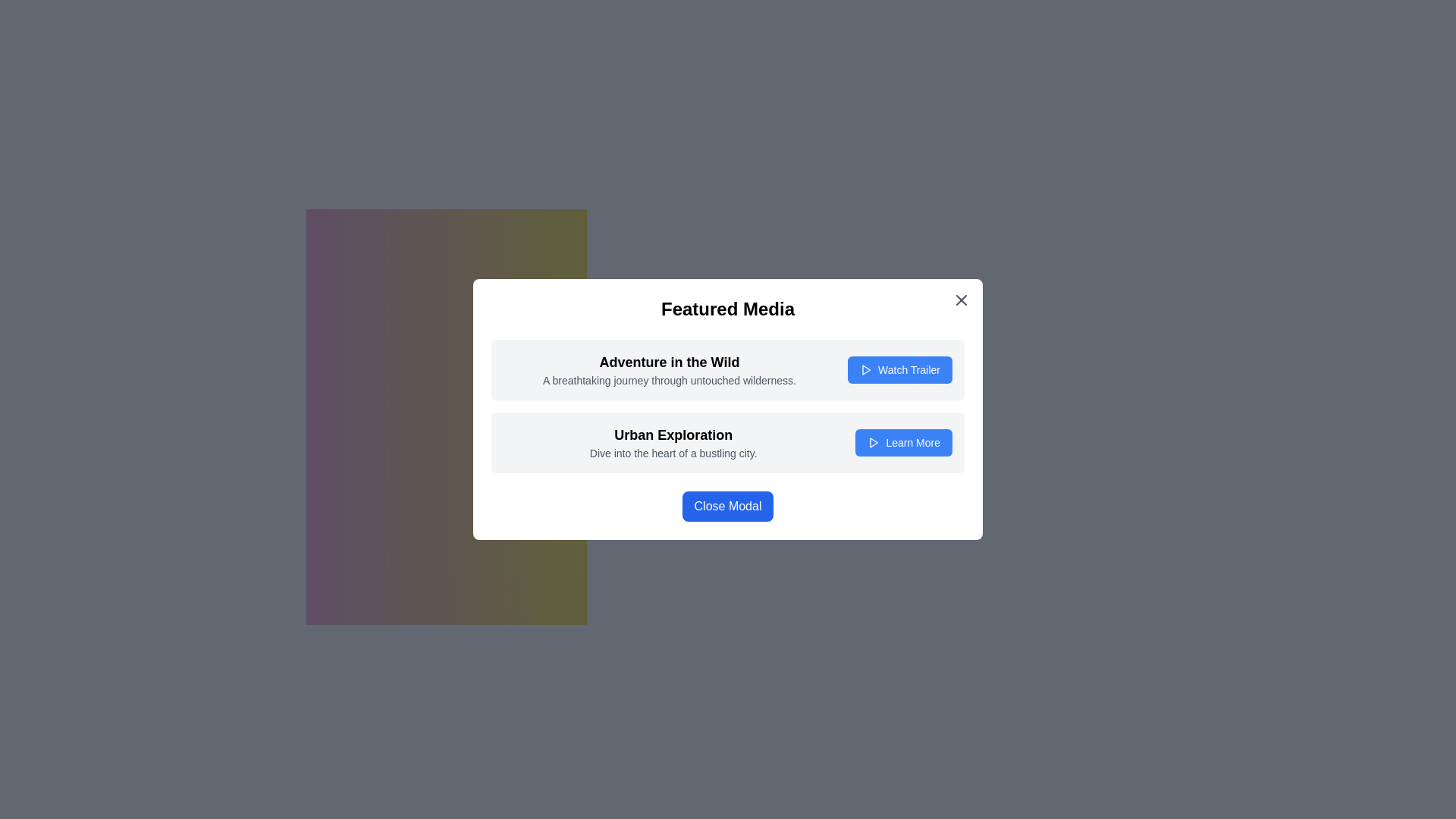 This screenshot has height=819, width=1456. What do you see at coordinates (673, 452) in the screenshot?
I see `the Text label that provides a descriptive elaboration for the 'Urban Exploration' media section, located beneath the 'Urban Exploration' title in the modal dialog box` at bounding box center [673, 452].